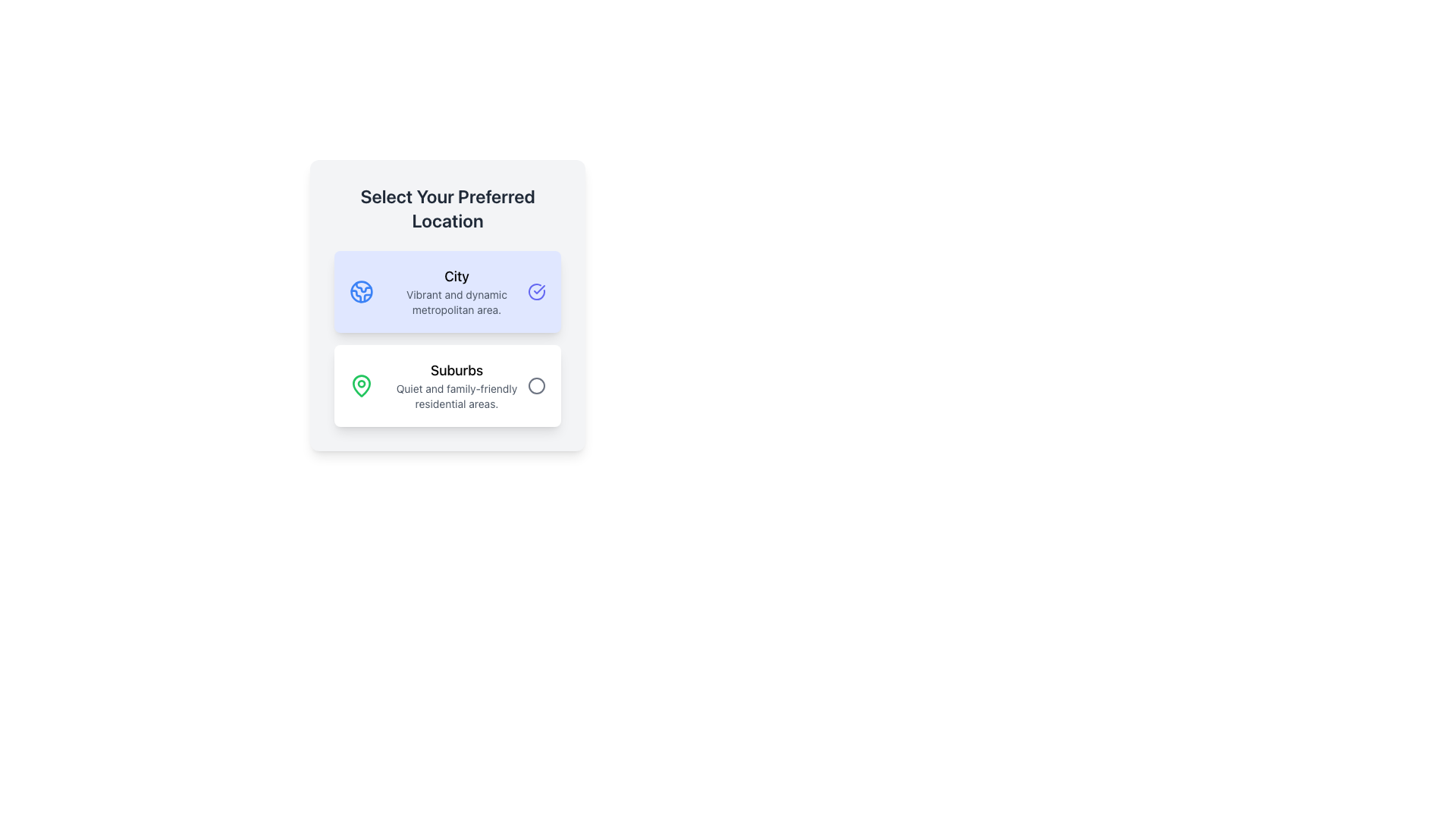 Image resolution: width=1456 pixels, height=819 pixels. Describe the element at coordinates (539, 289) in the screenshot. I see `'circle check' icon element that signifies a confirmation or selection action for the associated 'City' option using developer tools` at that location.